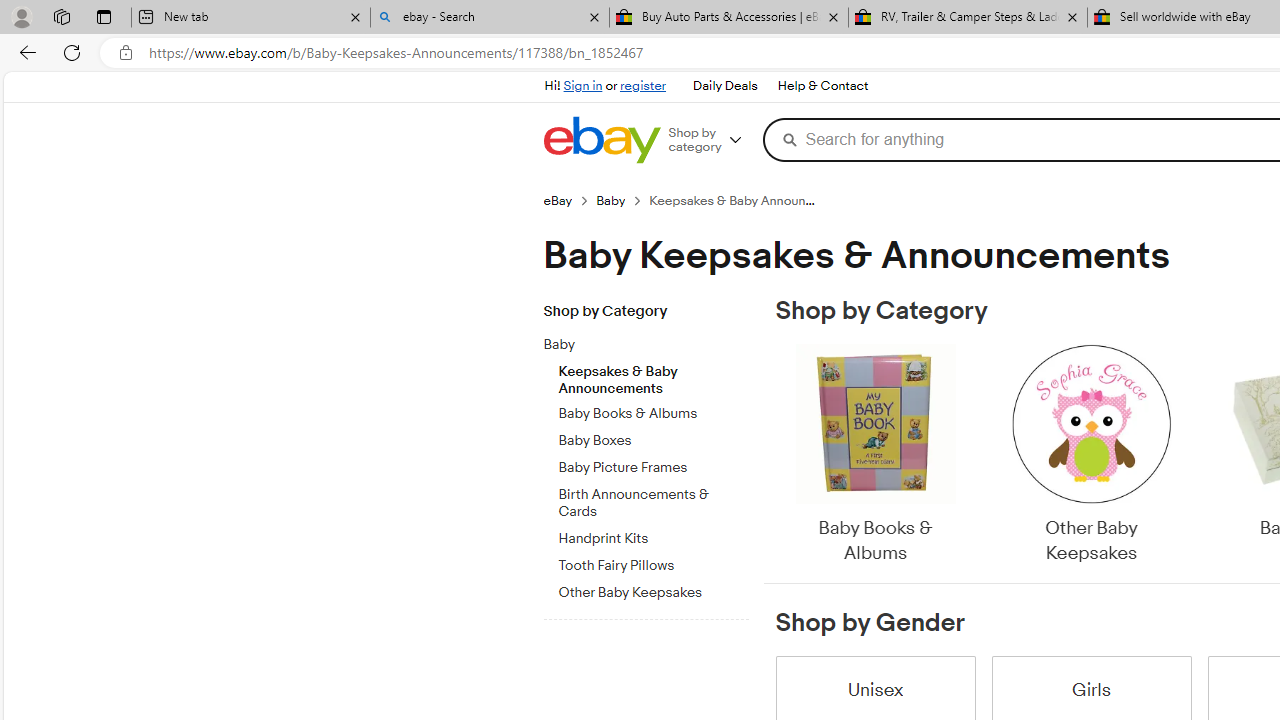 This screenshot has width=1280, height=720. What do you see at coordinates (653, 538) in the screenshot?
I see `'Handprint Kits'` at bounding box center [653, 538].